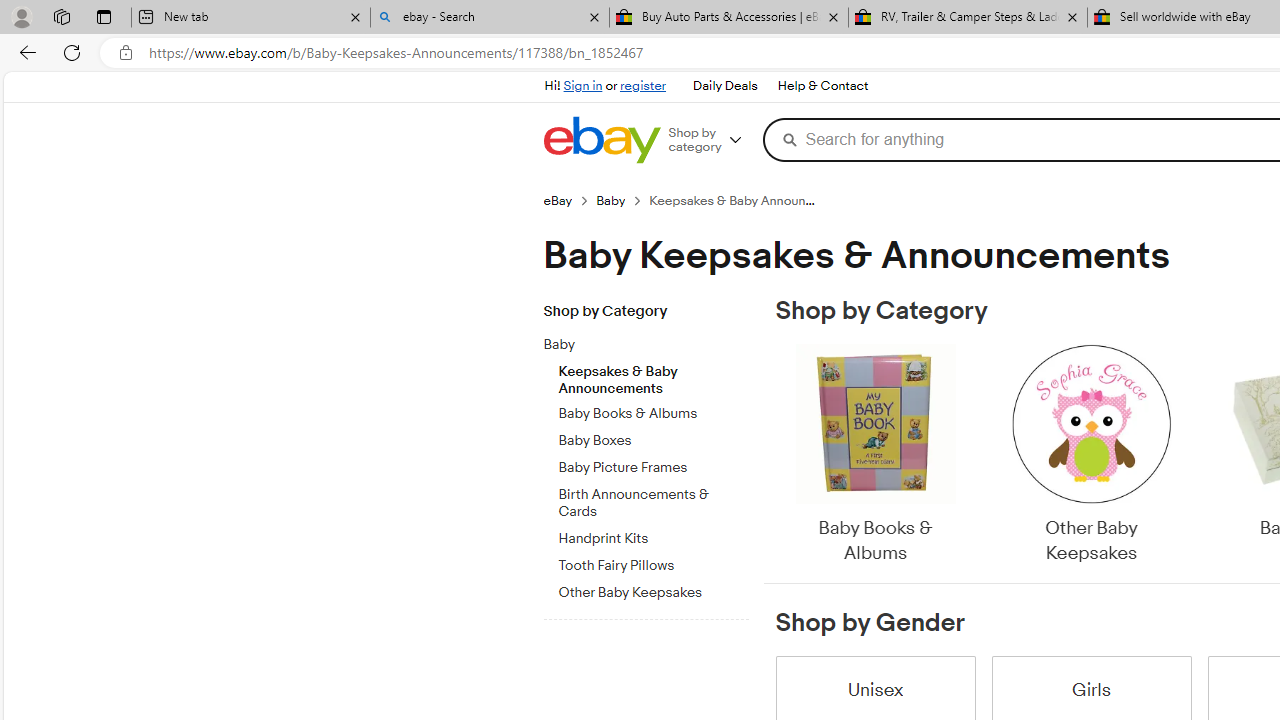 This screenshot has width=1280, height=720. What do you see at coordinates (653, 538) in the screenshot?
I see `'Handprint Kits'` at bounding box center [653, 538].